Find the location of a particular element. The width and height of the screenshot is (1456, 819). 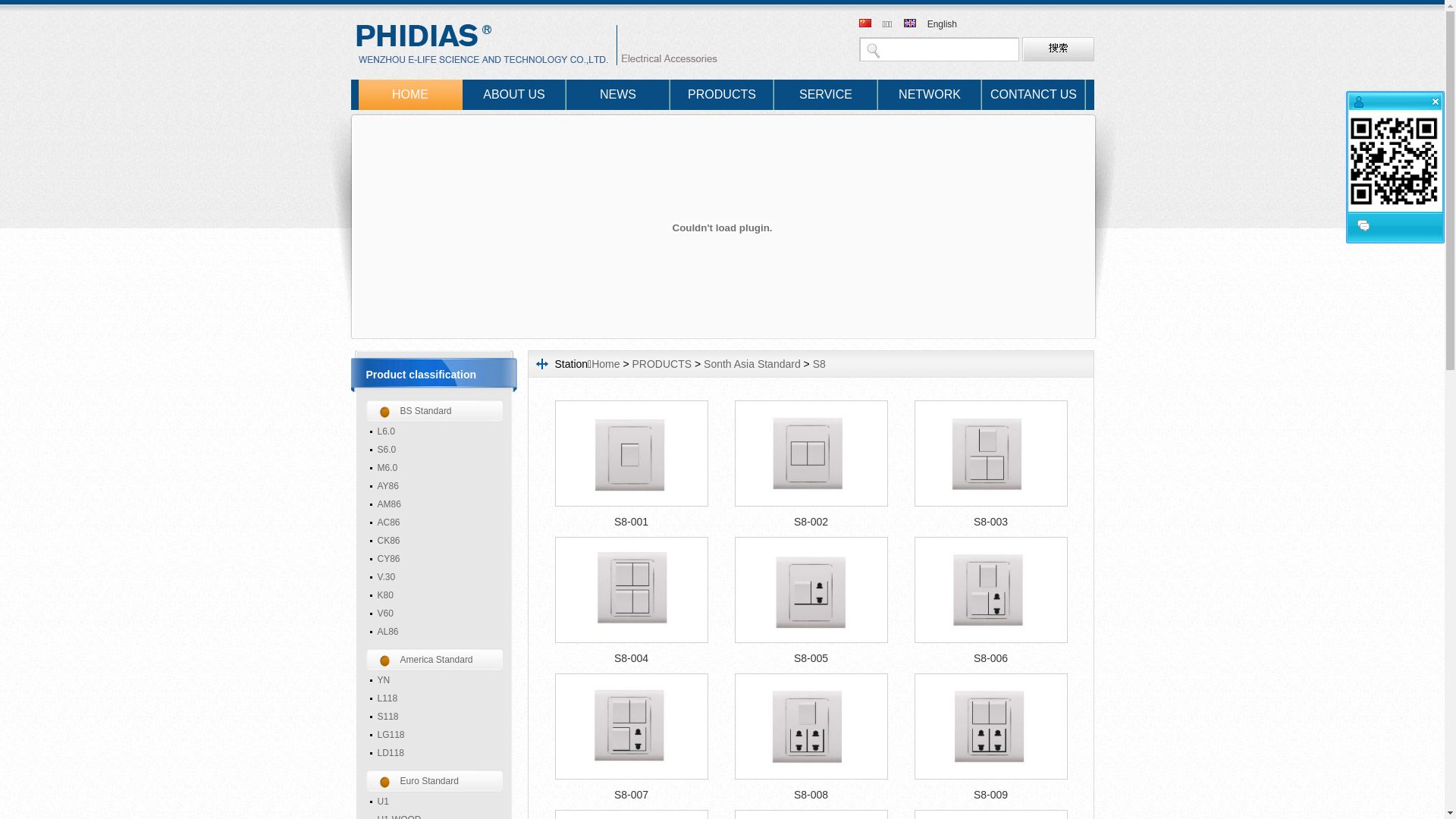

'V.30' is located at coordinates (435, 576).